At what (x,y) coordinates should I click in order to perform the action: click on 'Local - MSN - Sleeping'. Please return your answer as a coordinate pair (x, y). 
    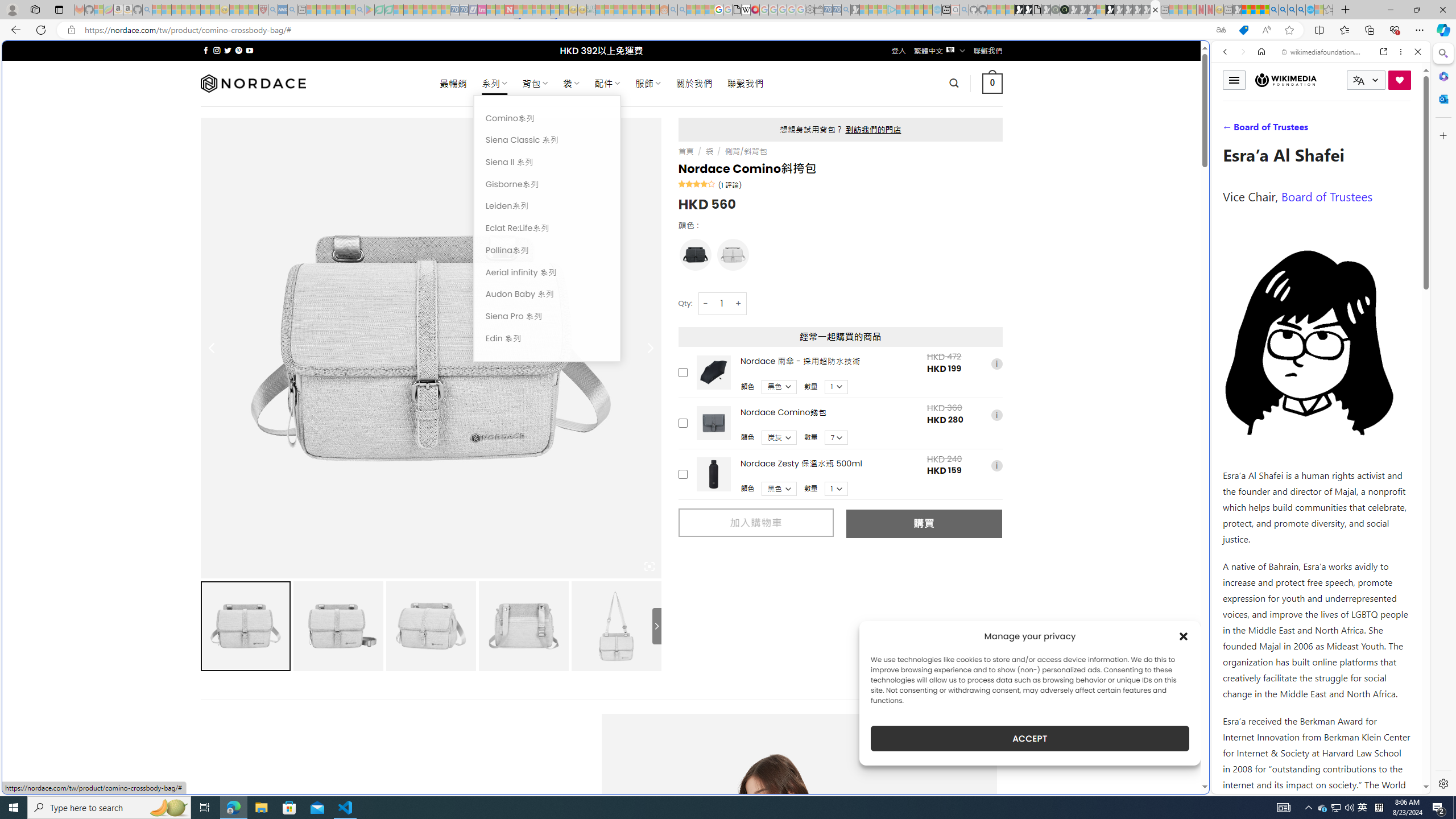
    Looking at the image, I should click on (253, 9).